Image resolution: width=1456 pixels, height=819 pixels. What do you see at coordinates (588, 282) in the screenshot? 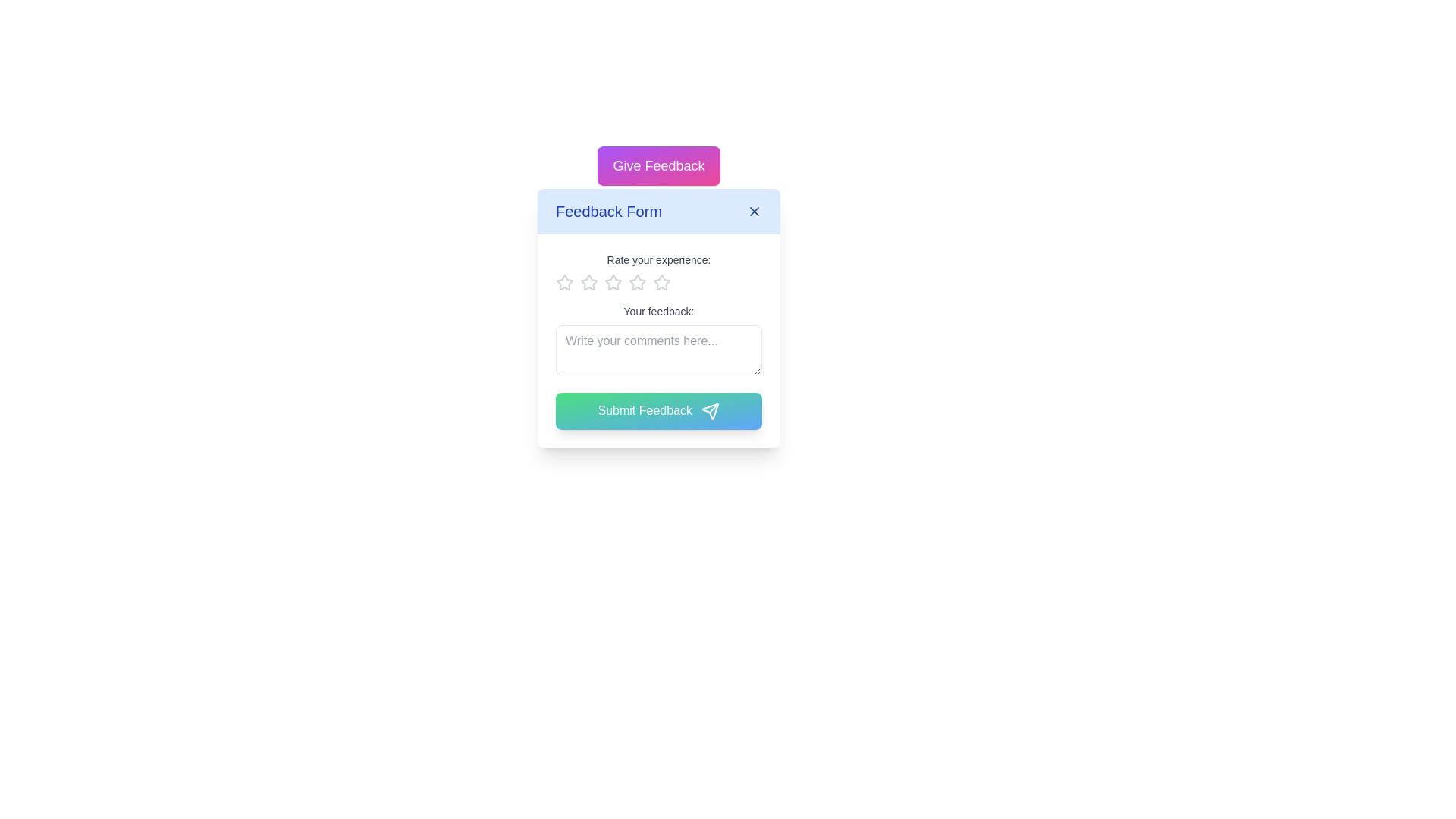
I see `the first star-shaped icon` at bounding box center [588, 282].